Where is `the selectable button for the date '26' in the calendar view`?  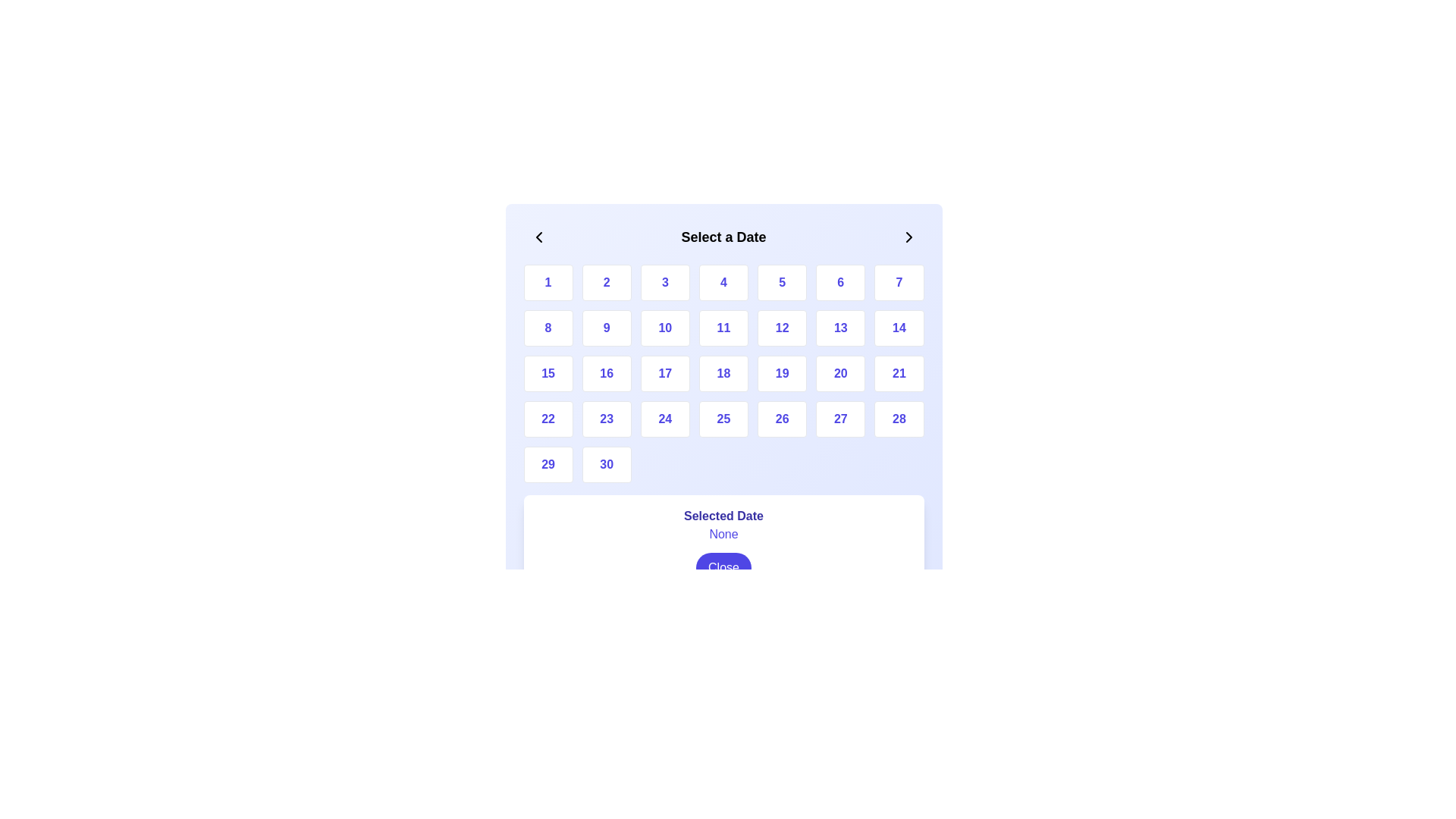
the selectable button for the date '26' in the calendar view is located at coordinates (782, 419).